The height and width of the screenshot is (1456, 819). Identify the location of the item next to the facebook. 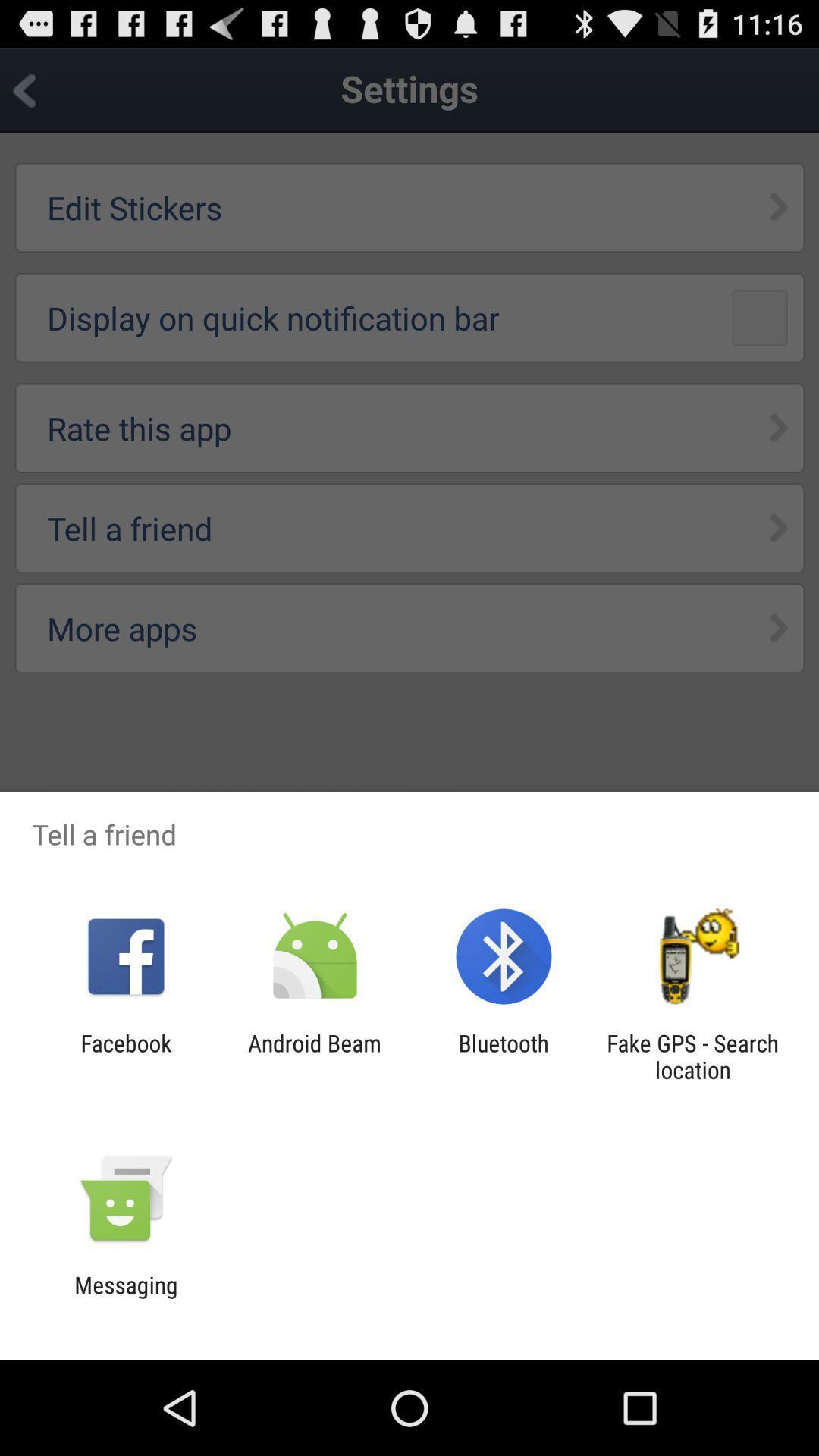
(314, 1056).